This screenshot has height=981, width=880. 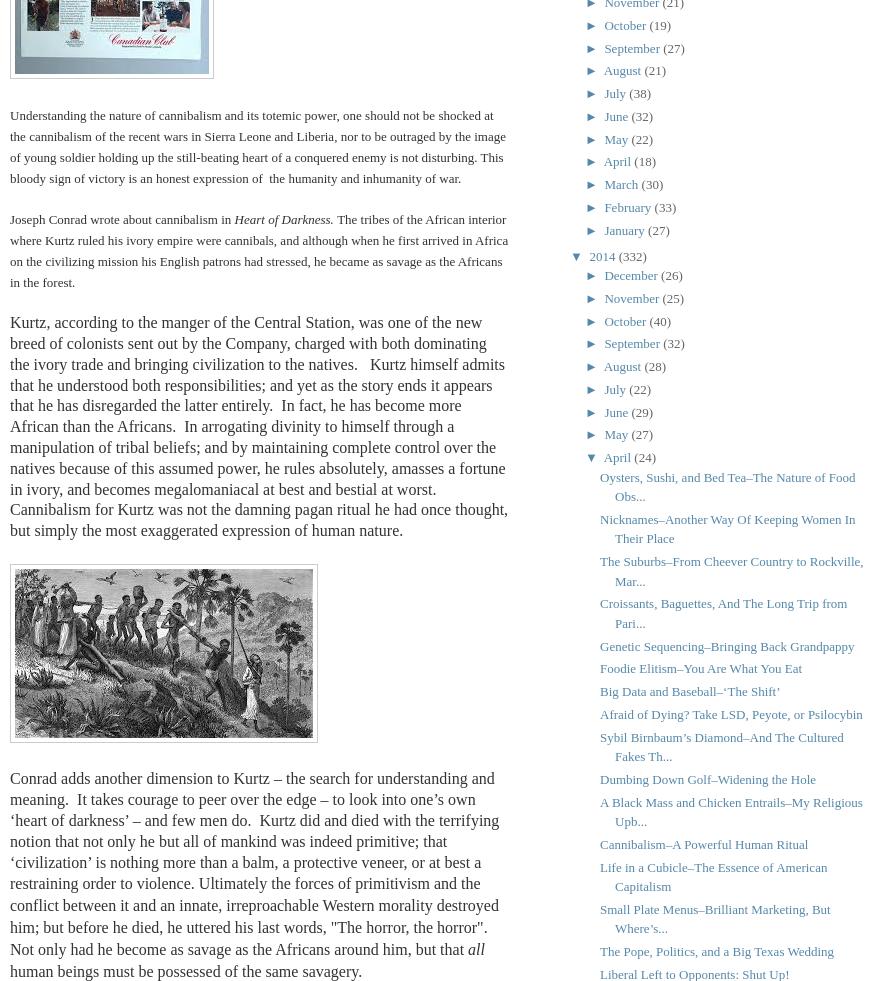 What do you see at coordinates (621, 183) in the screenshot?
I see `'March'` at bounding box center [621, 183].